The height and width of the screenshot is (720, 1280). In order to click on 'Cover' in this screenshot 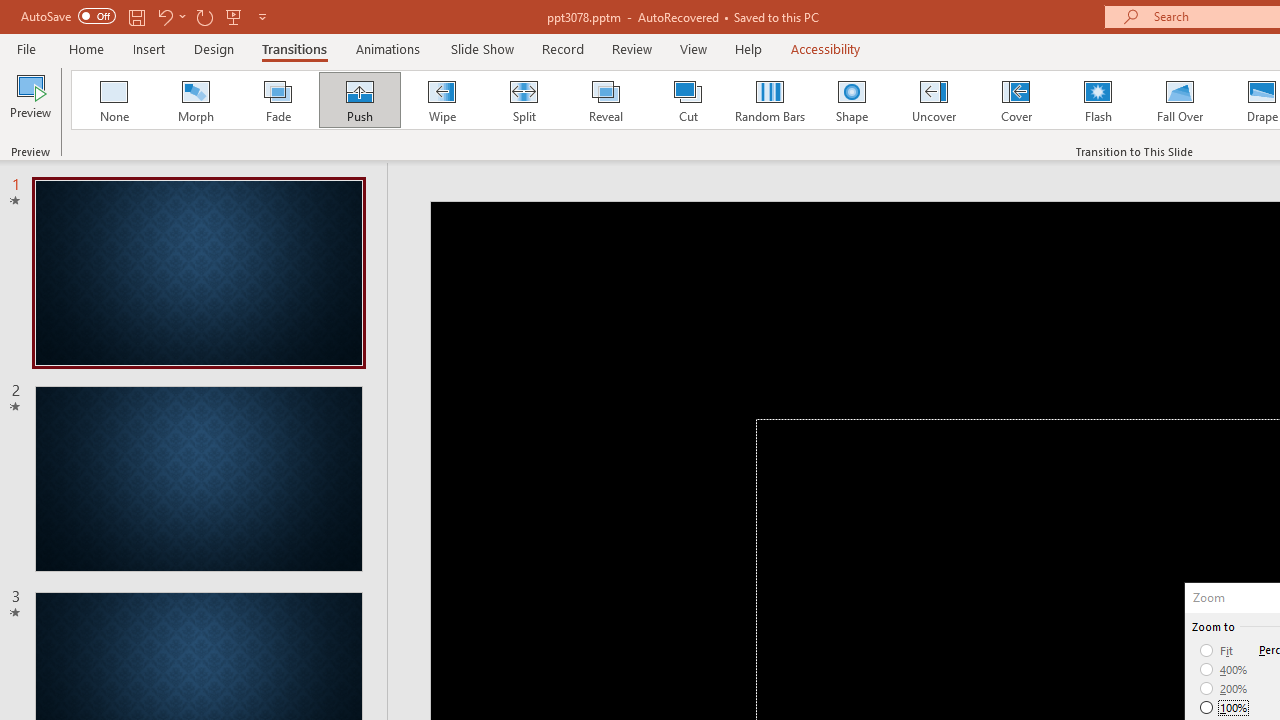, I will do `click(1016, 100)`.